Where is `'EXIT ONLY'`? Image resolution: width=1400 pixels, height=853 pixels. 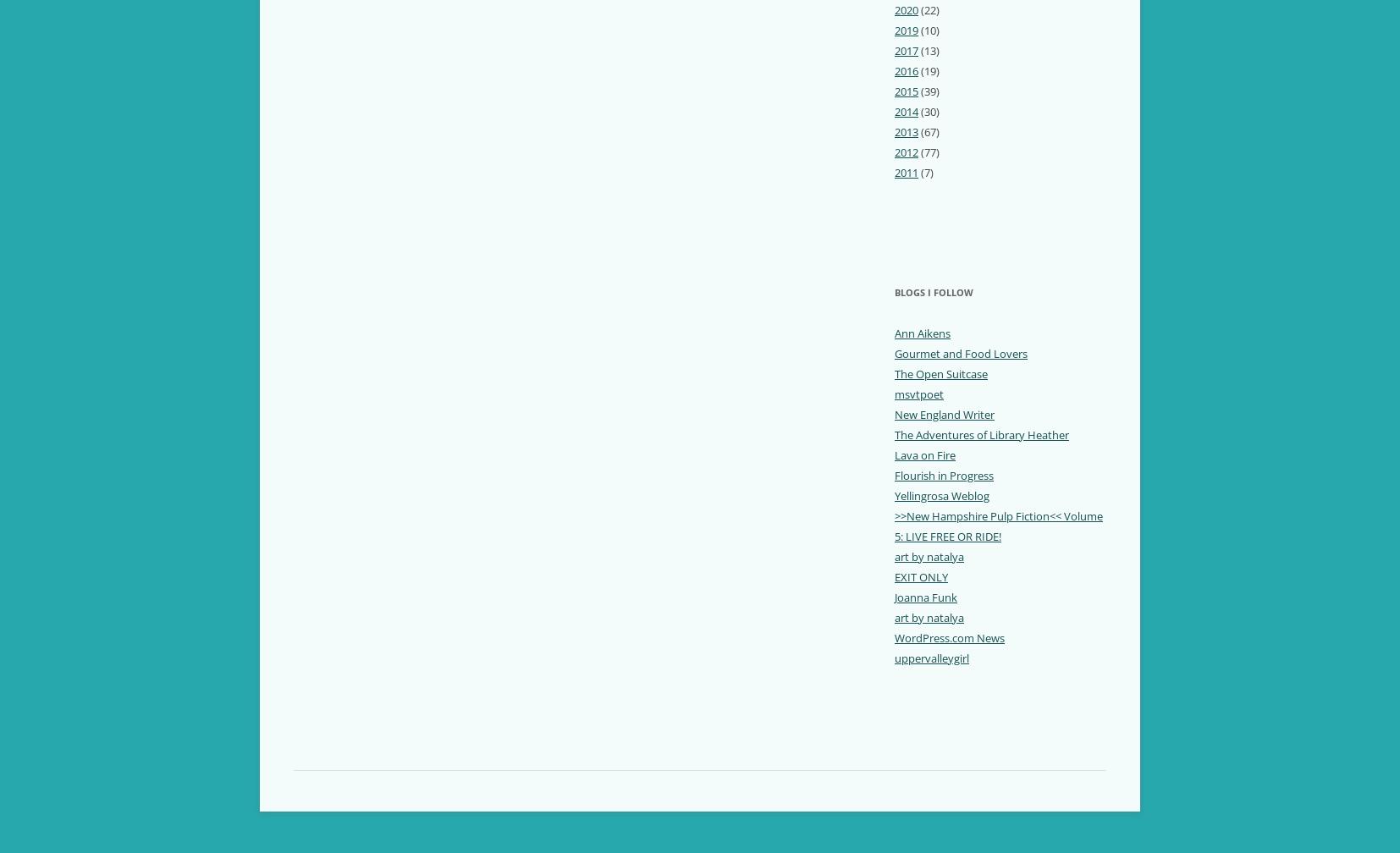
'EXIT ONLY' is located at coordinates (920, 576).